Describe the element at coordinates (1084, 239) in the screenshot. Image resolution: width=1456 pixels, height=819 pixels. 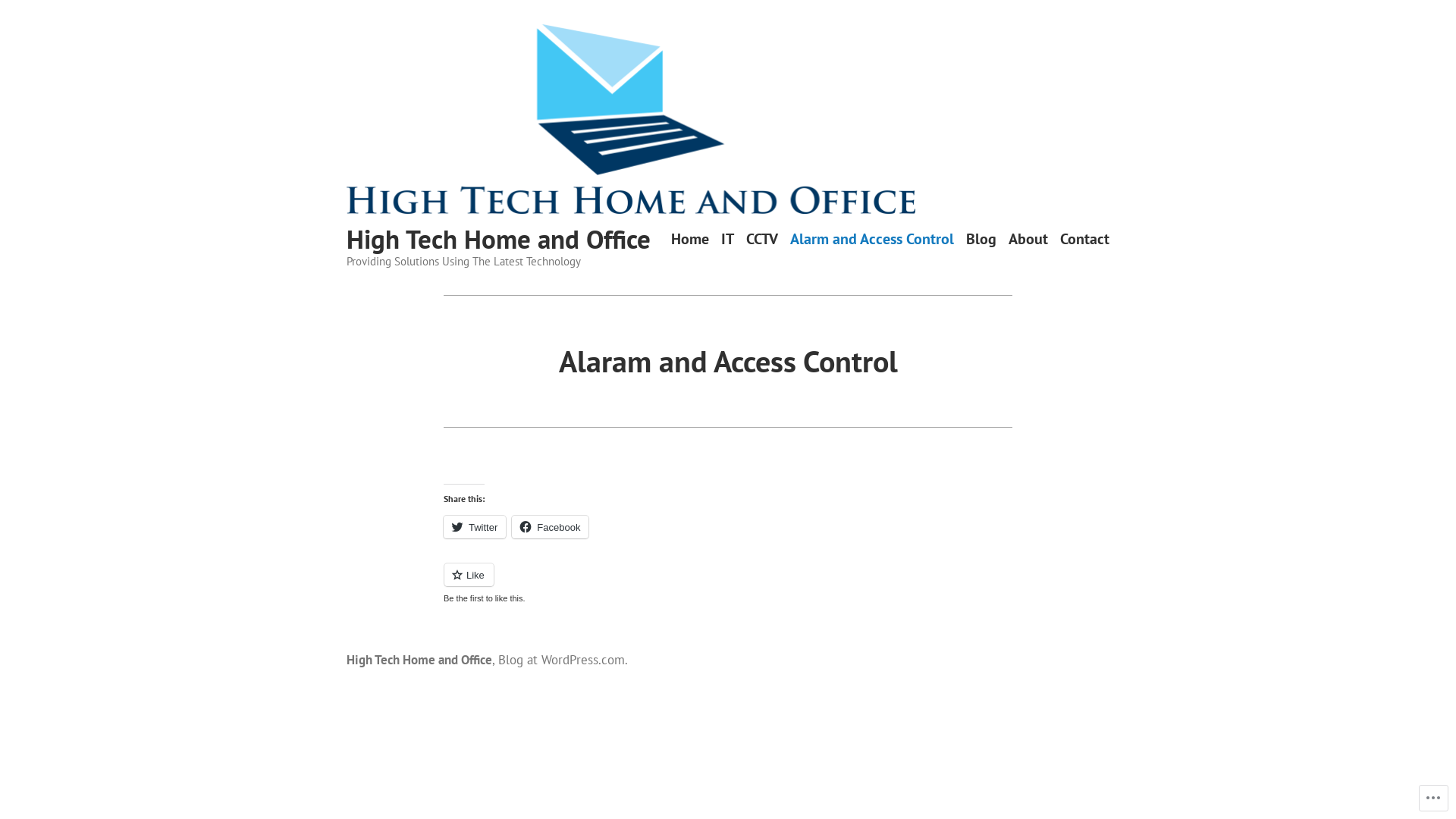
I see `'Contact'` at that location.